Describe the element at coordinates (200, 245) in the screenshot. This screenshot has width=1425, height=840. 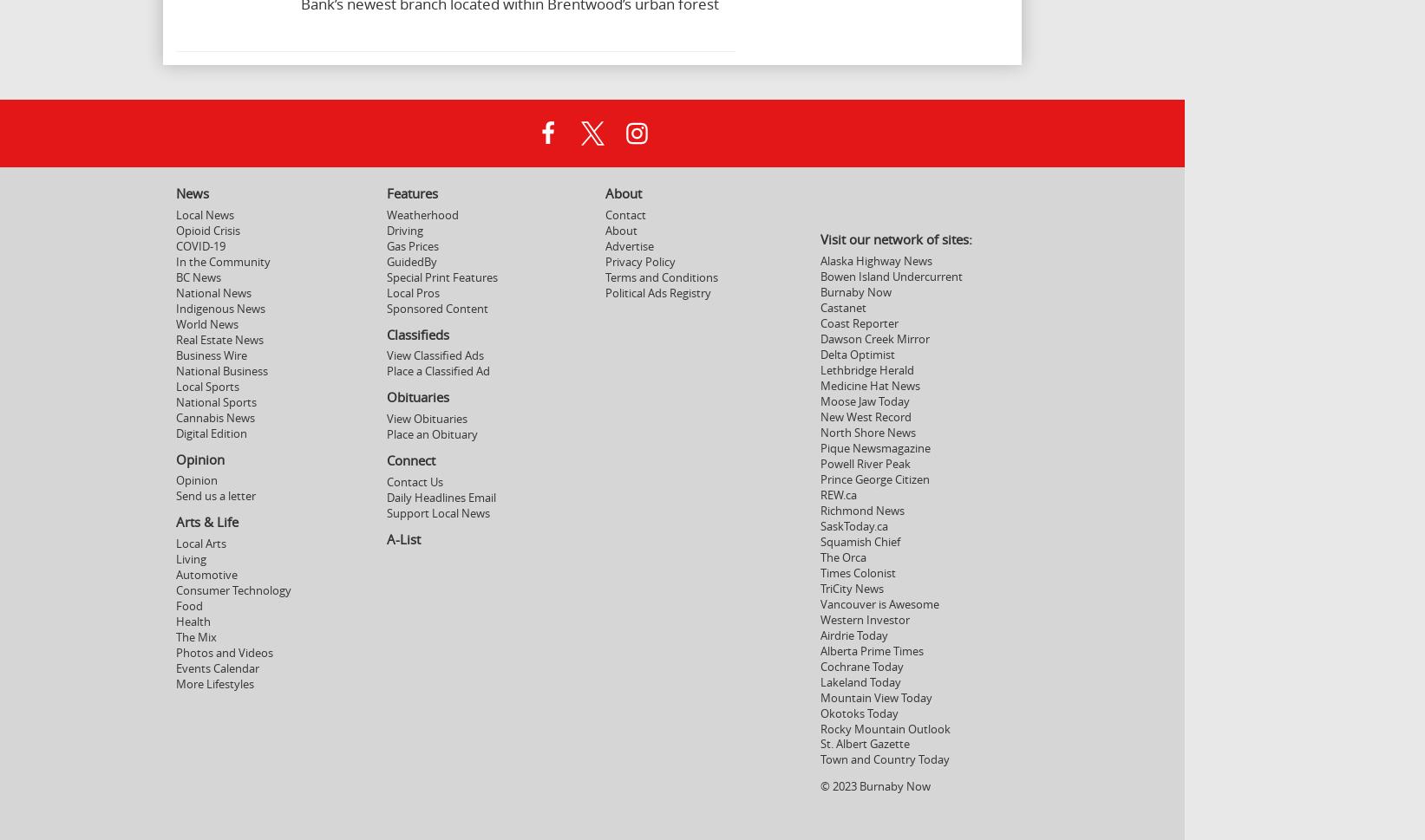
I see `'COVID-19'` at that location.